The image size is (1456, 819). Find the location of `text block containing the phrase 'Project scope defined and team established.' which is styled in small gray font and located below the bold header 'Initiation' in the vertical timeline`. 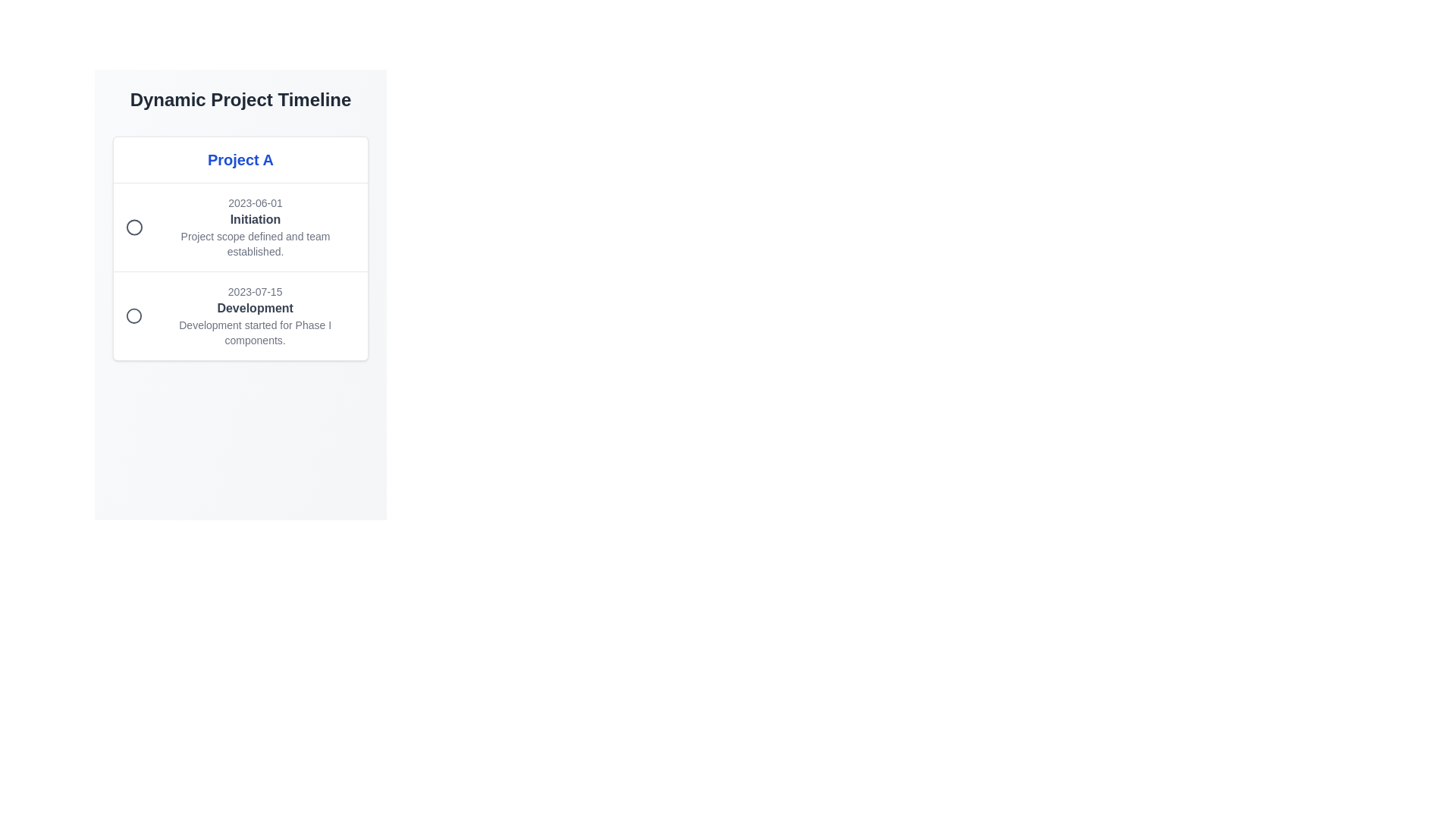

text block containing the phrase 'Project scope defined and team established.' which is styled in small gray font and located below the bold header 'Initiation' in the vertical timeline is located at coordinates (255, 243).